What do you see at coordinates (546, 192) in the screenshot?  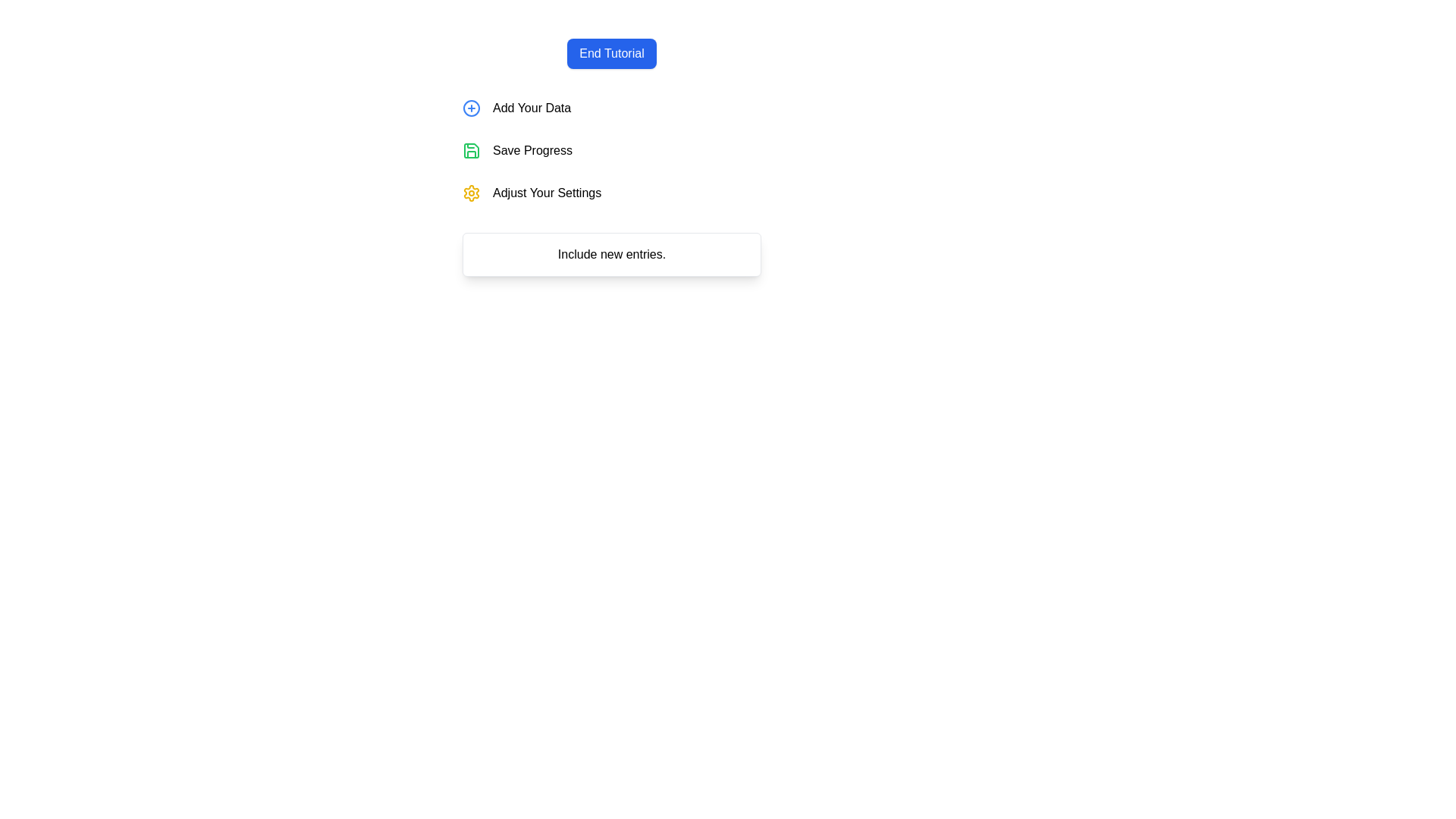 I see `the text label element that says 'Adjust Your Settings', positioned to the right of a yellow gear icon, located in the middle-left section of the interface` at bounding box center [546, 192].